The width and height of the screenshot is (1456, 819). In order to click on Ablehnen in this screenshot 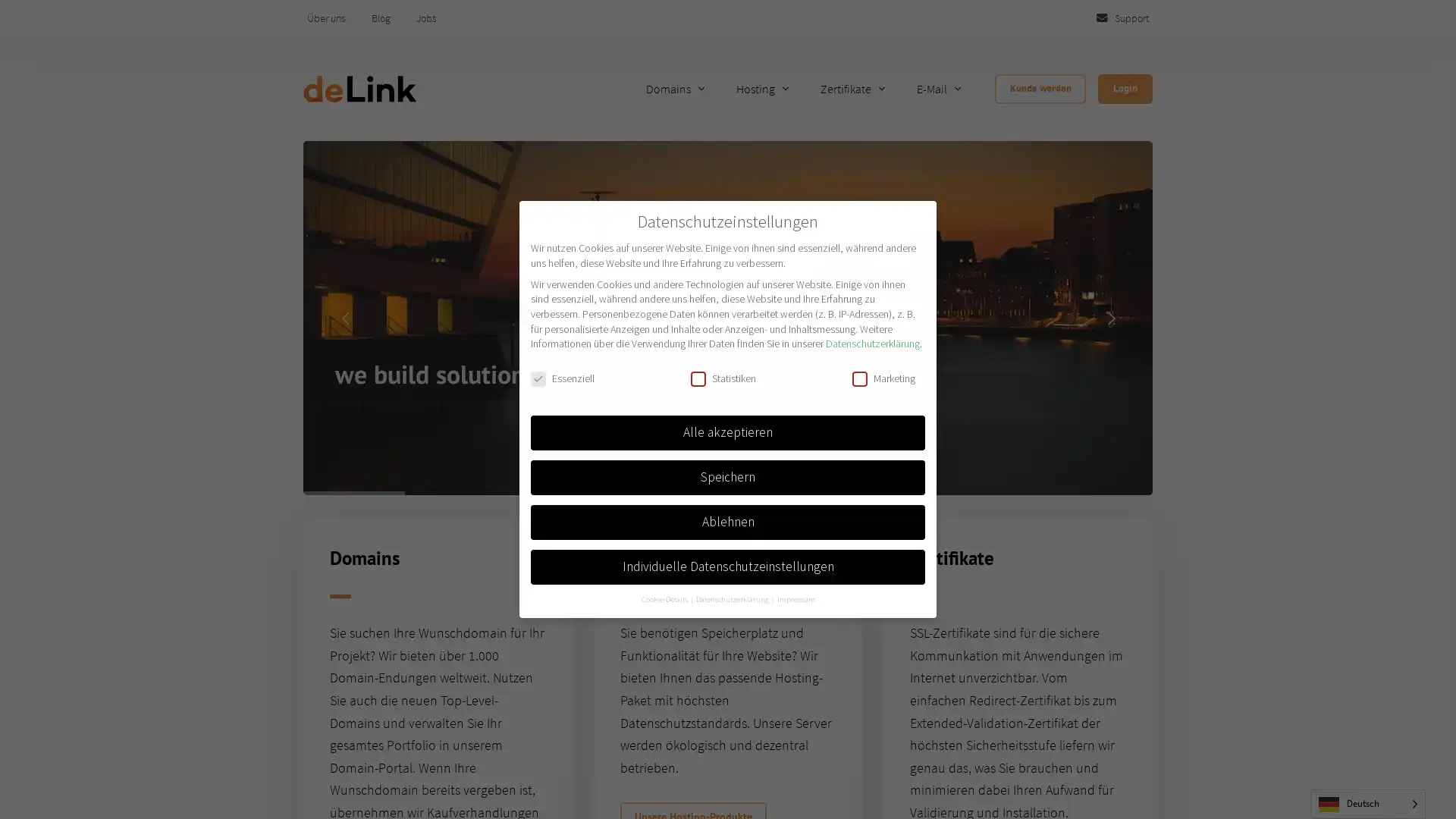, I will do `click(746, 780)`.